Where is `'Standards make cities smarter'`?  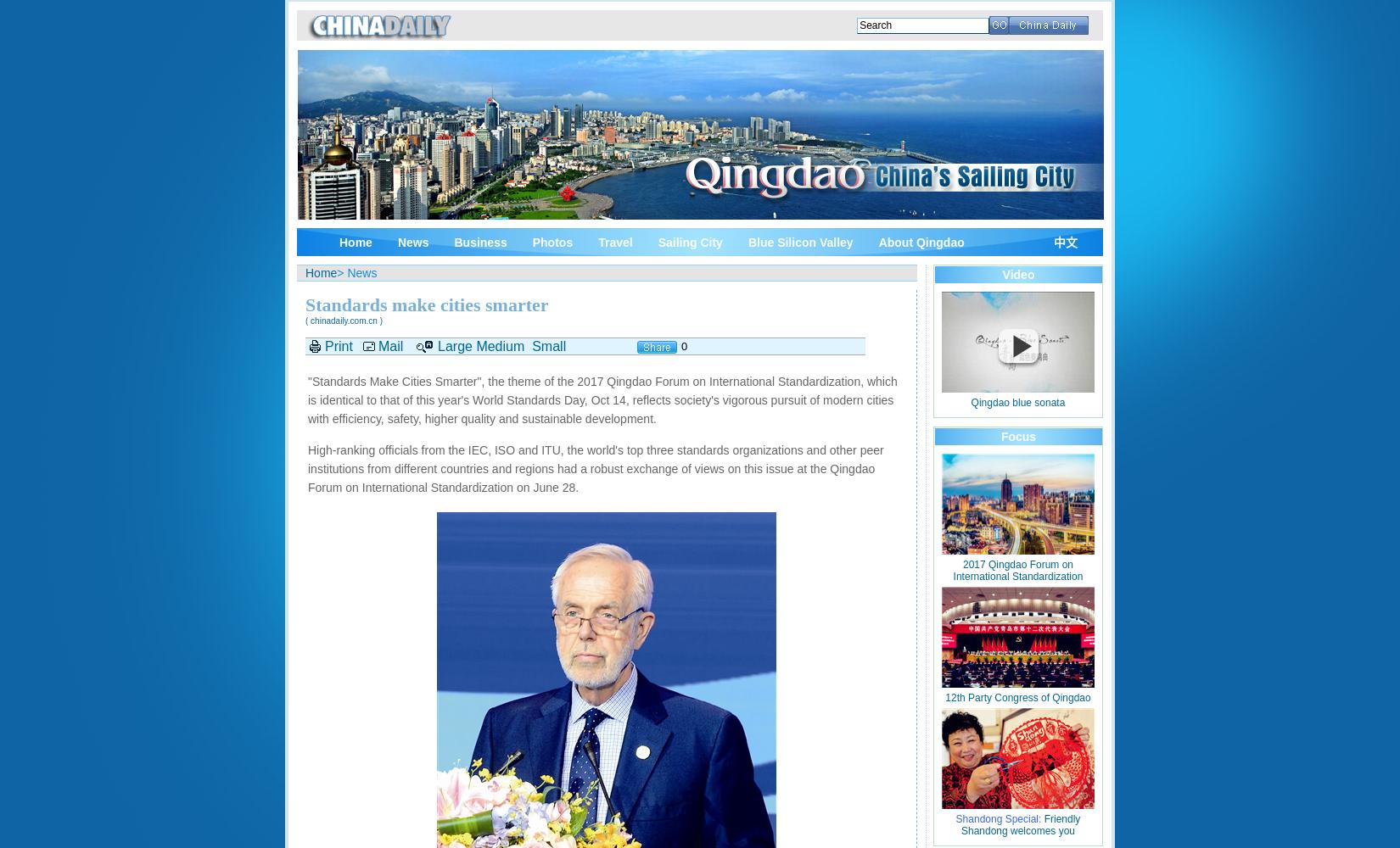 'Standards make cities smarter' is located at coordinates (425, 304).